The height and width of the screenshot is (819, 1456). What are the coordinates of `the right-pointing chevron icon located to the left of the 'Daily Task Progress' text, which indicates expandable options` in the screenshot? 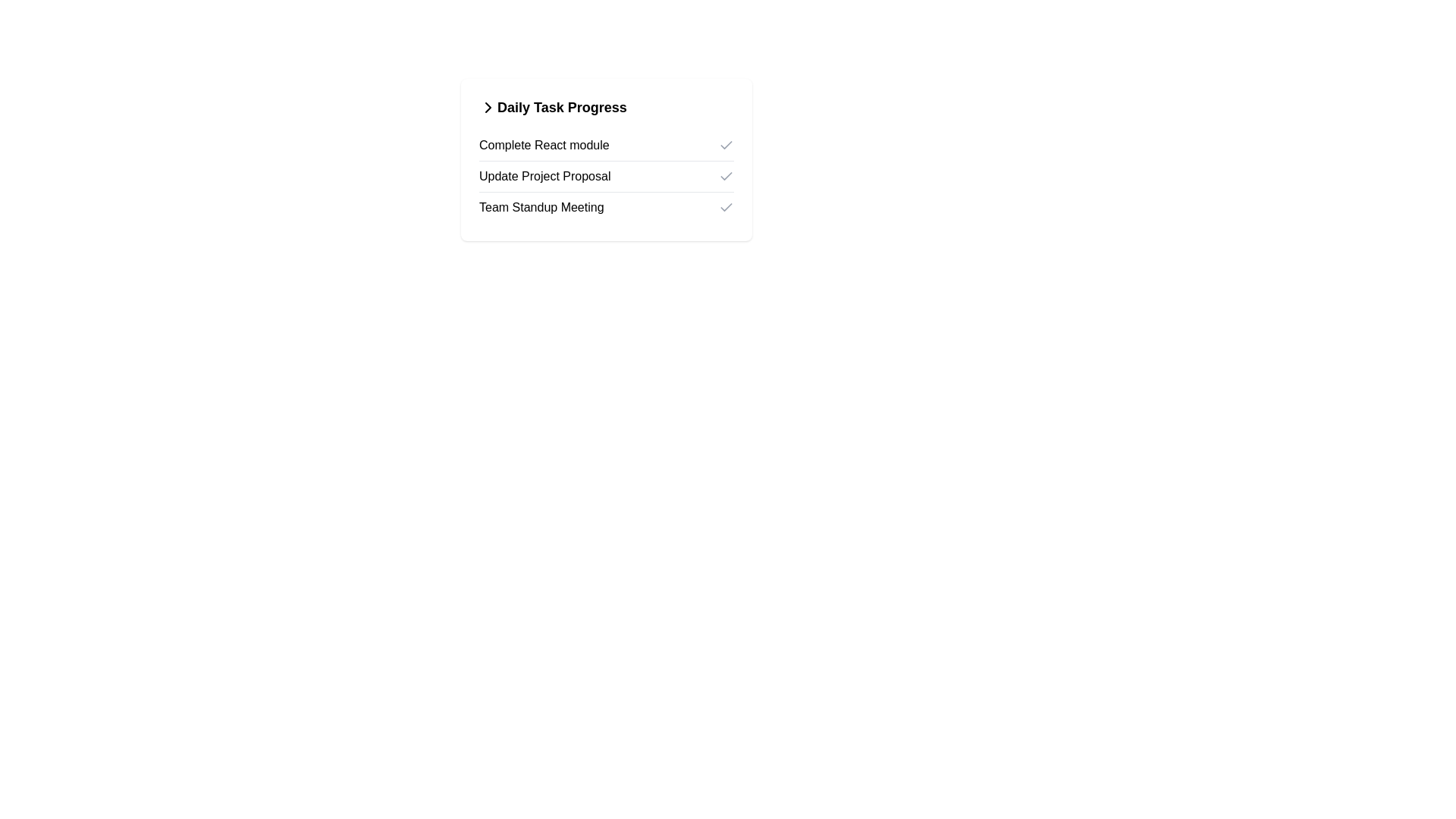 It's located at (488, 107).